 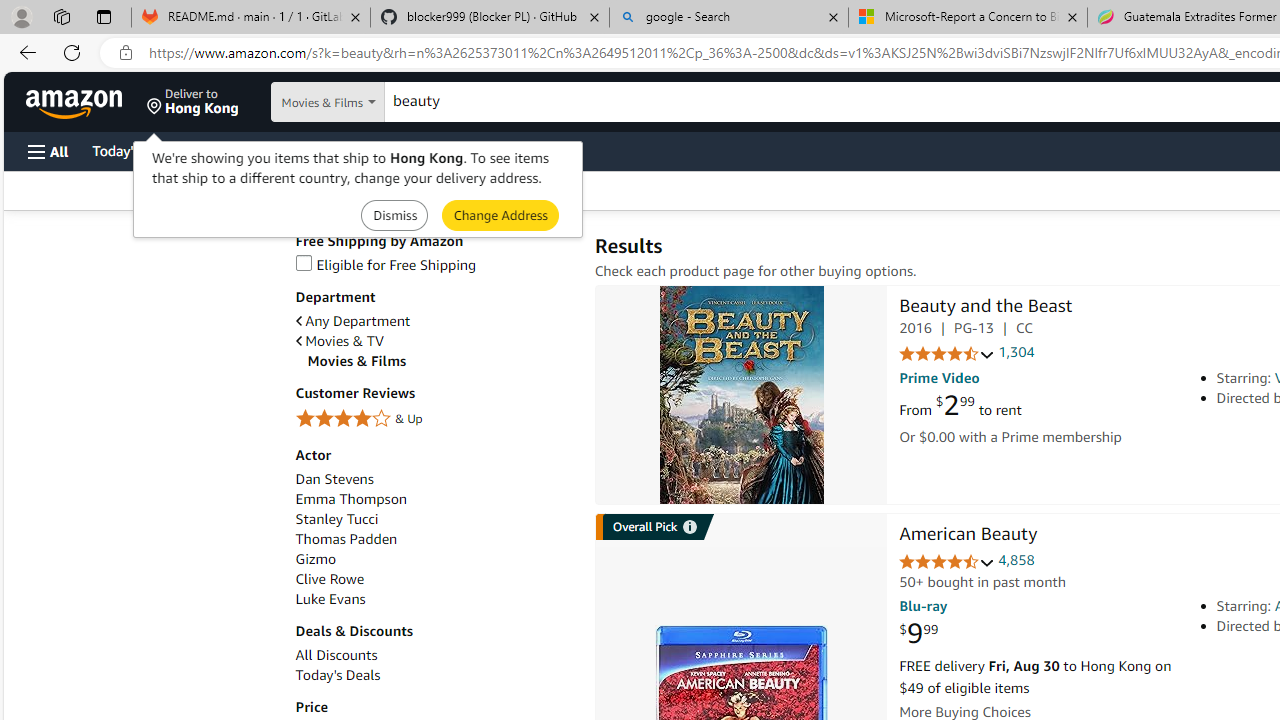 I want to click on '$9.99', so click(x=918, y=634).